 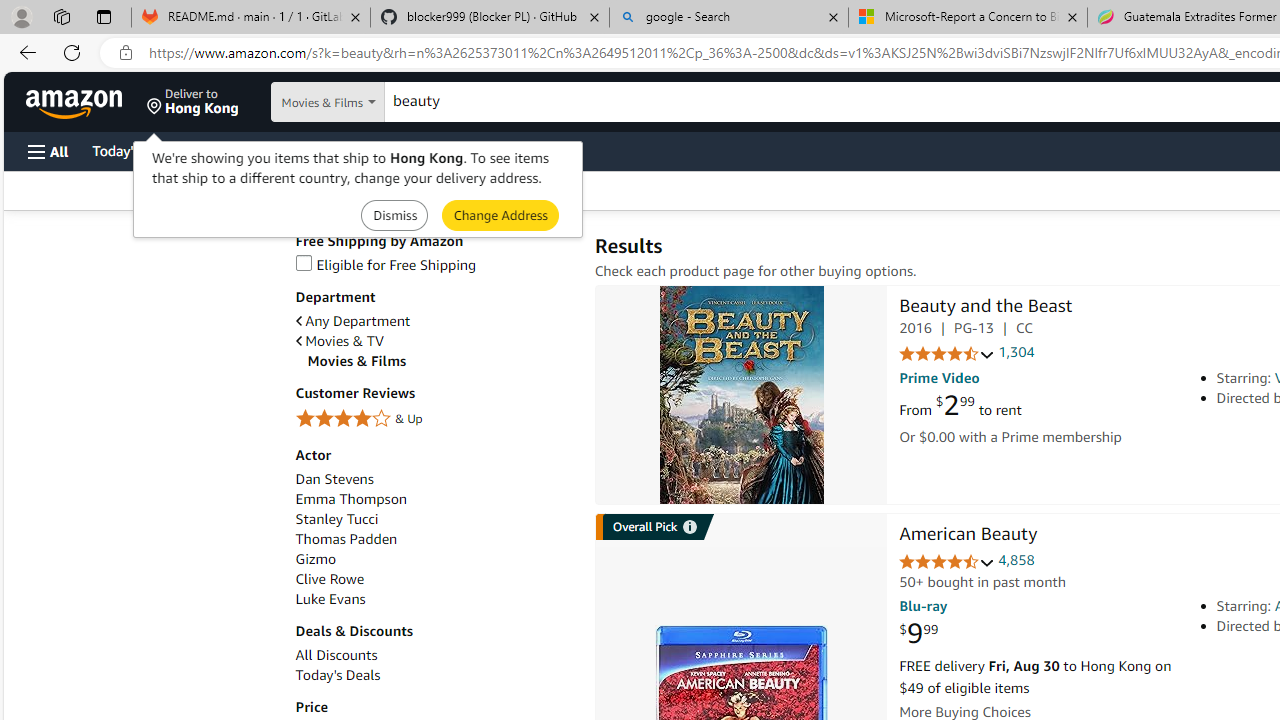 I want to click on '$9.99', so click(x=918, y=634).